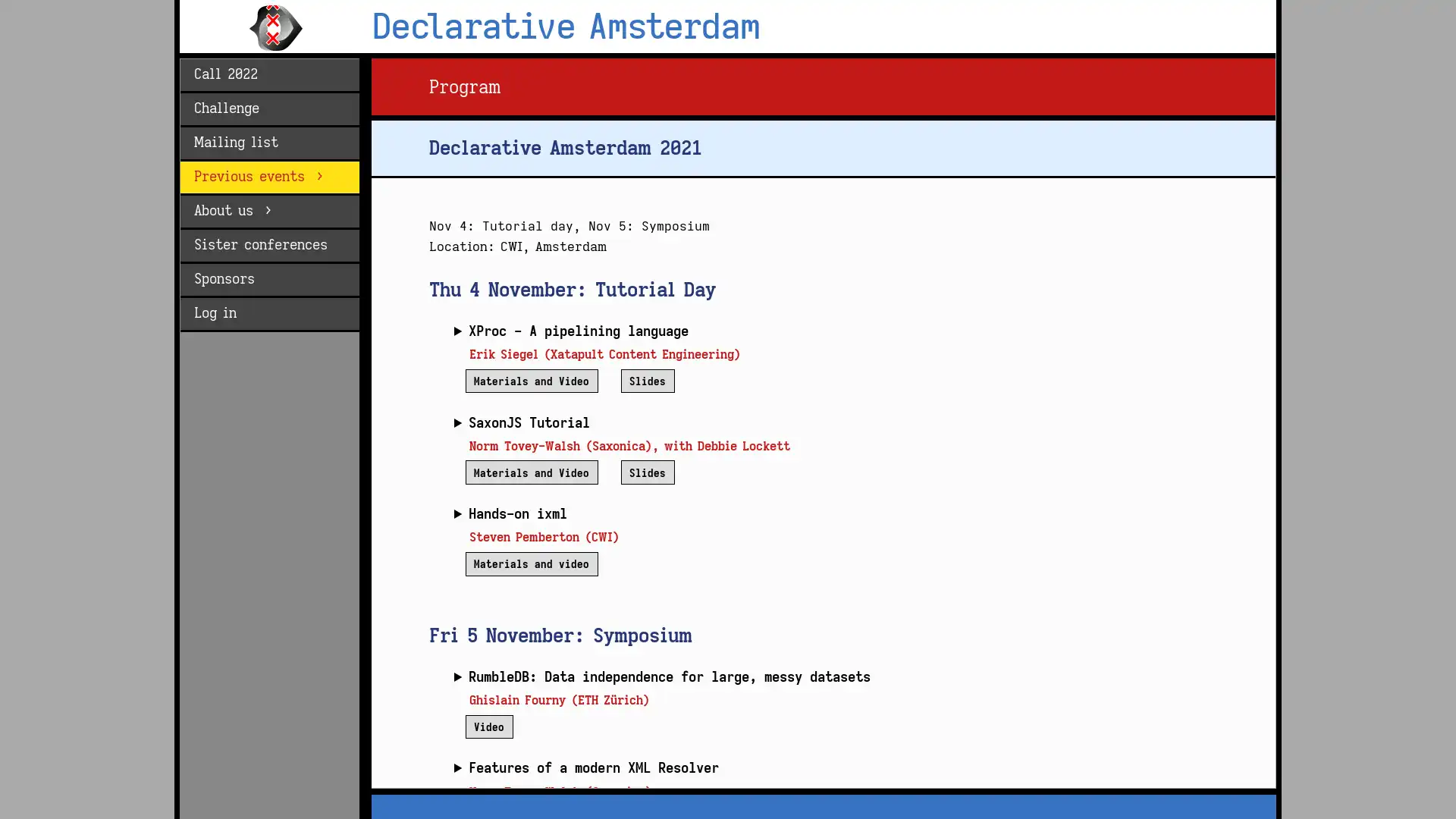  I want to click on Video, so click(488, 725).